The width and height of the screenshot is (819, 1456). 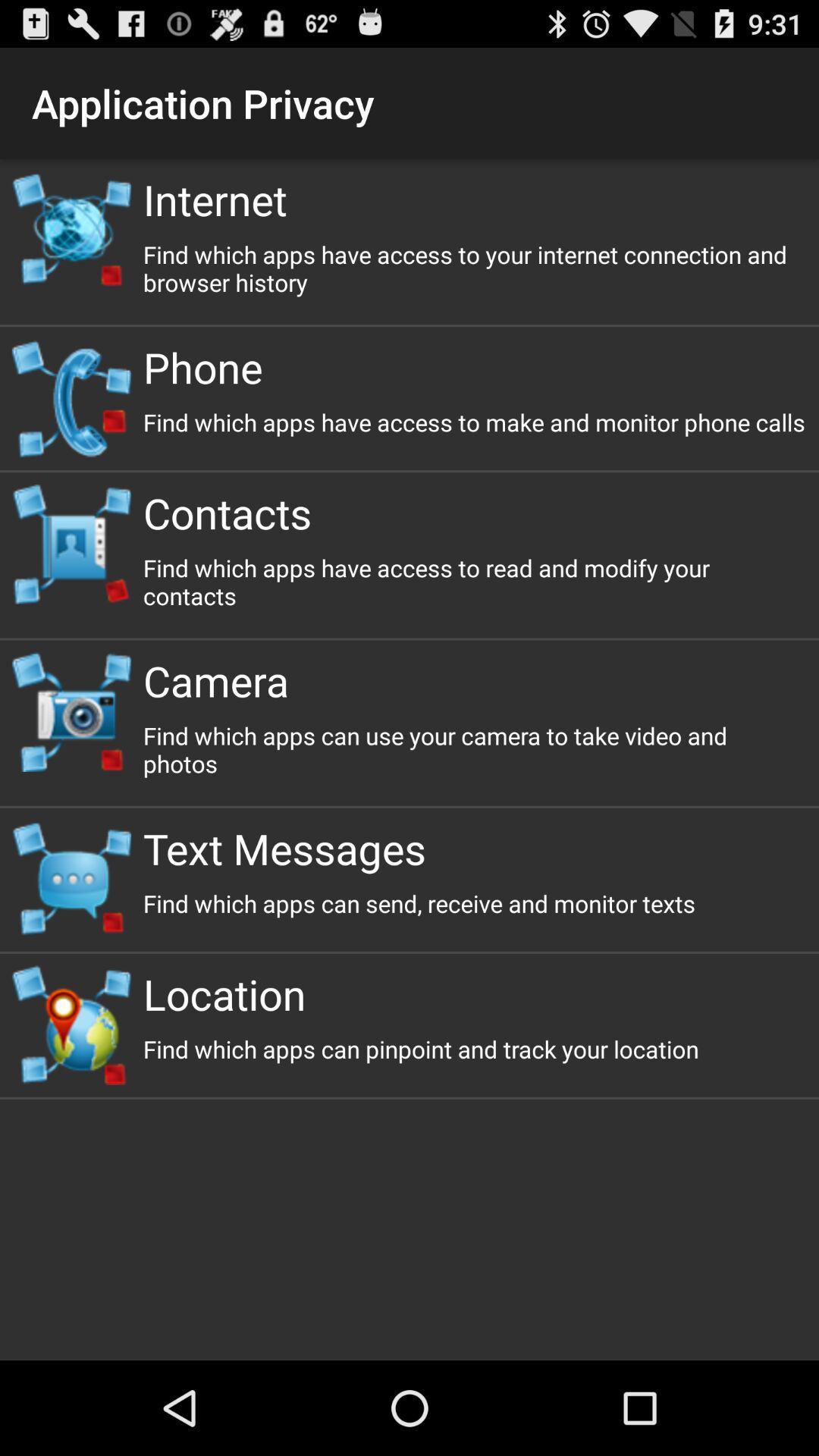 I want to click on the item below find which apps, so click(x=474, y=847).